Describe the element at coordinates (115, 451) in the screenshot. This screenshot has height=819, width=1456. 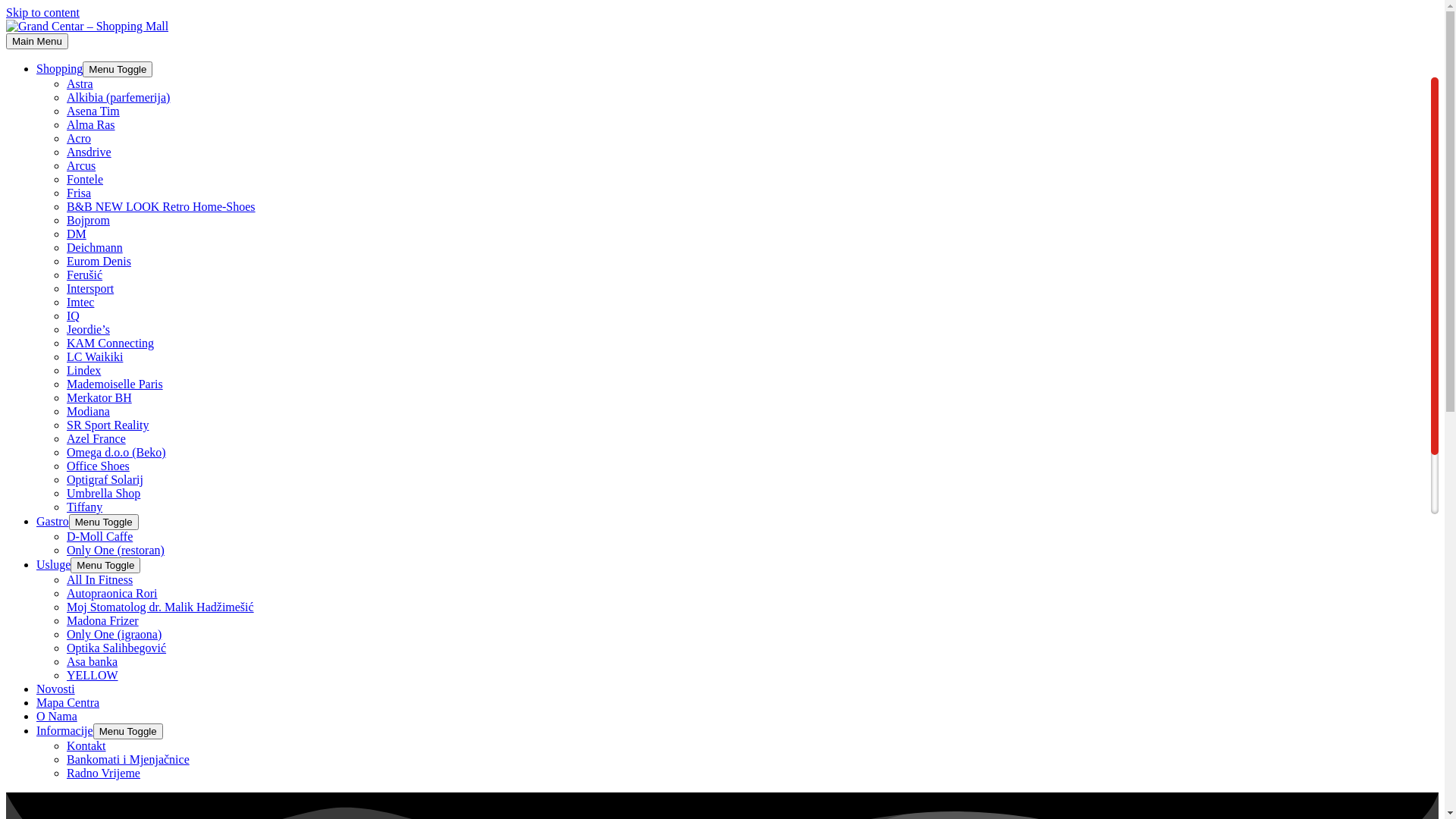
I see `'Omega d.o.o (Beko)'` at that location.